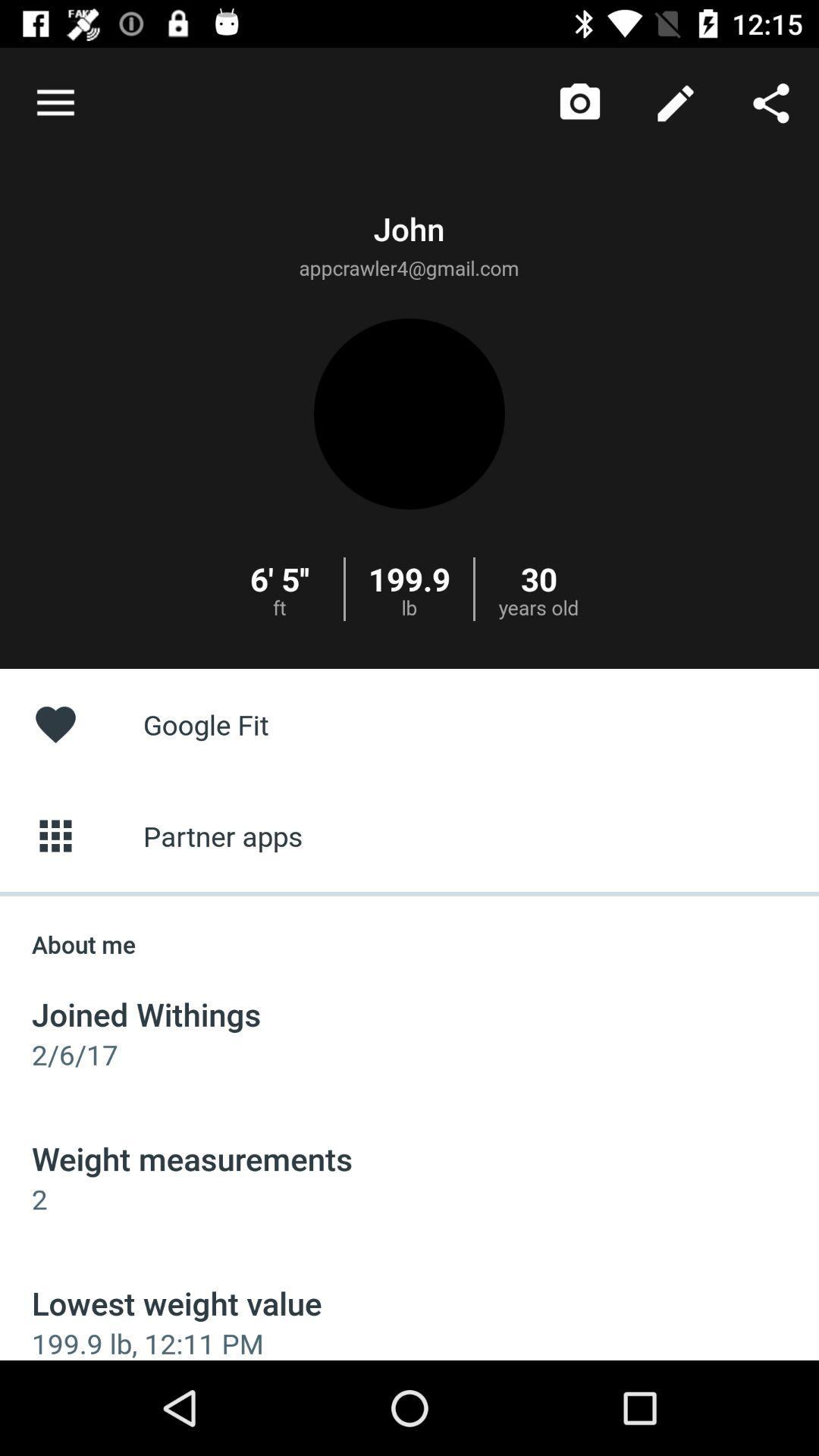 The width and height of the screenshot is (819, 1456). Describe the element at coordinates (409, 723) in the screenshot. I see `google fit item` at that location.